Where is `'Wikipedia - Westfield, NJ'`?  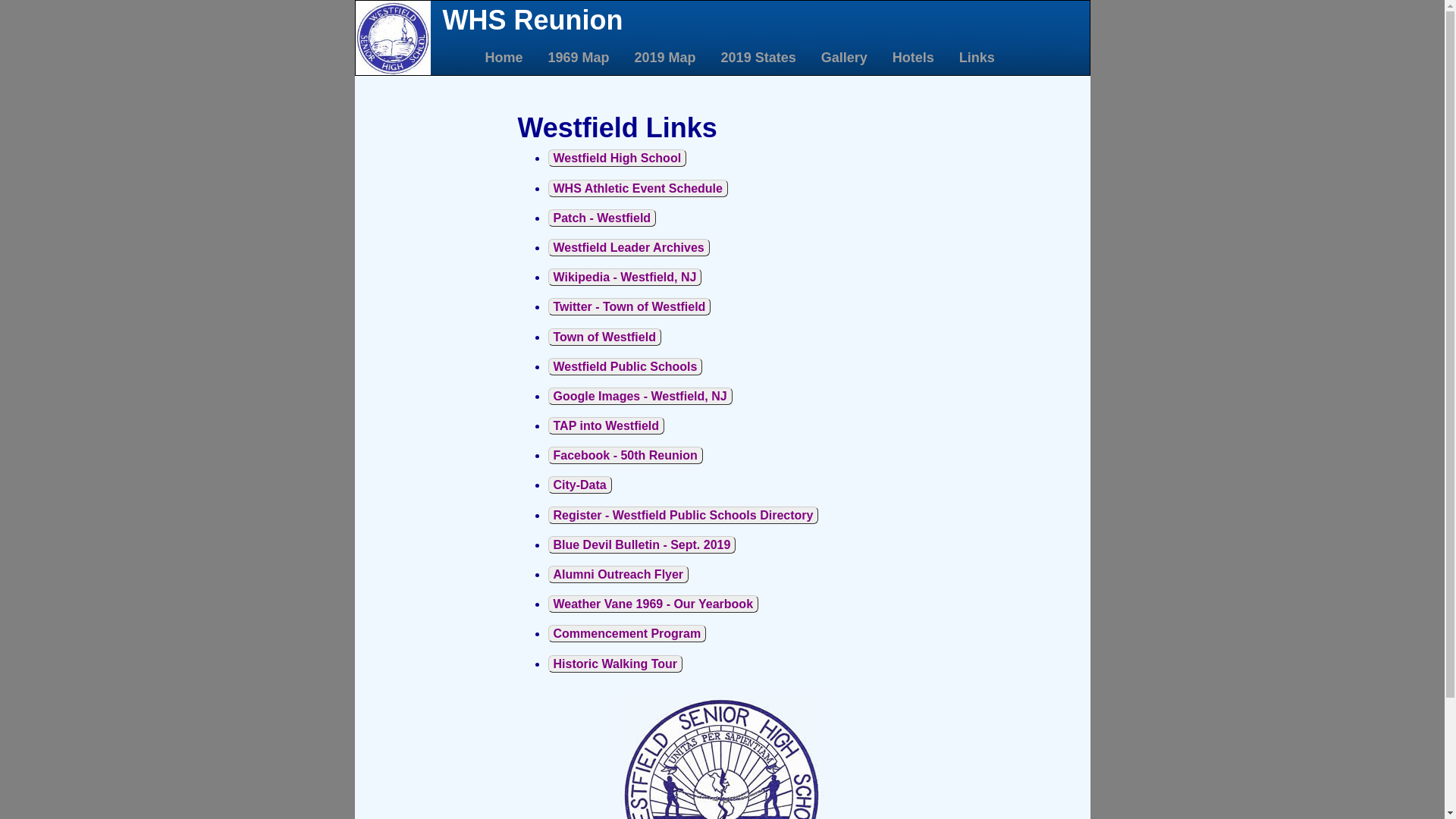 'Wikipedia - Westfield, NJ' is located at coordinates (624, 277).